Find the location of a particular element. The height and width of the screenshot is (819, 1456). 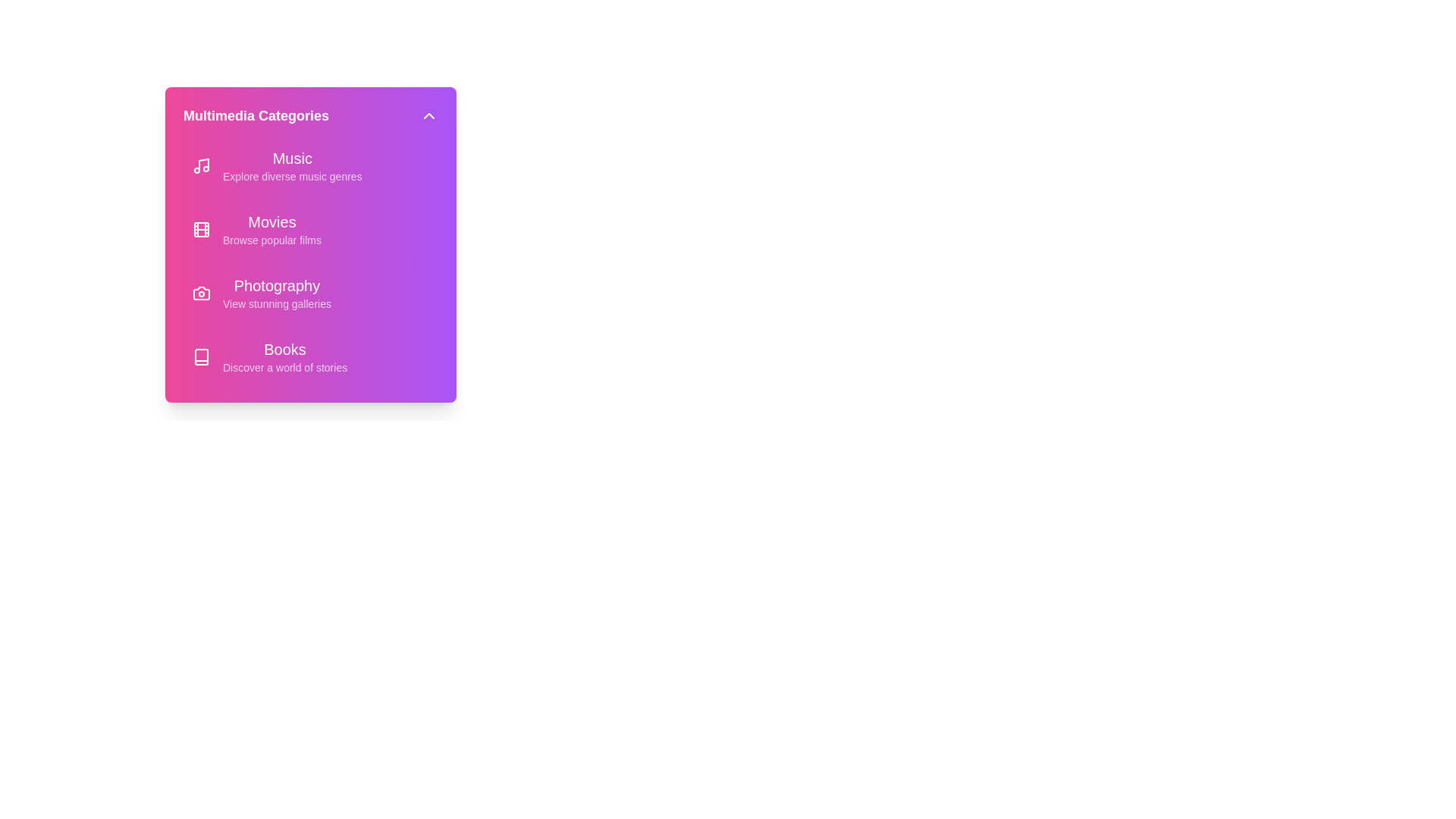

the menu item corresponding to Music is located at coordinates (309, 166).